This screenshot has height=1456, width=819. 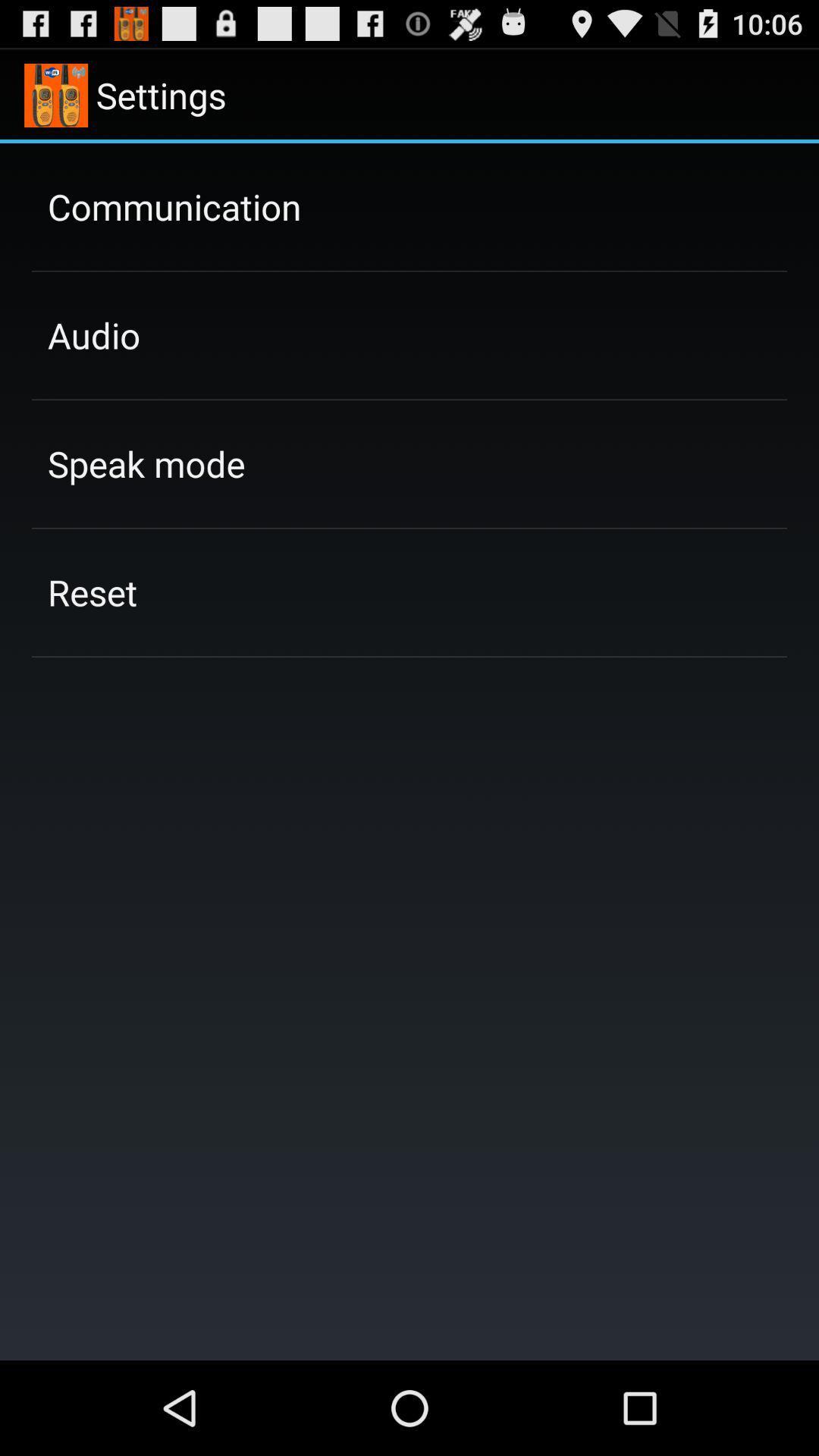 I want to click on the audio app, so click(x=94, y=334).